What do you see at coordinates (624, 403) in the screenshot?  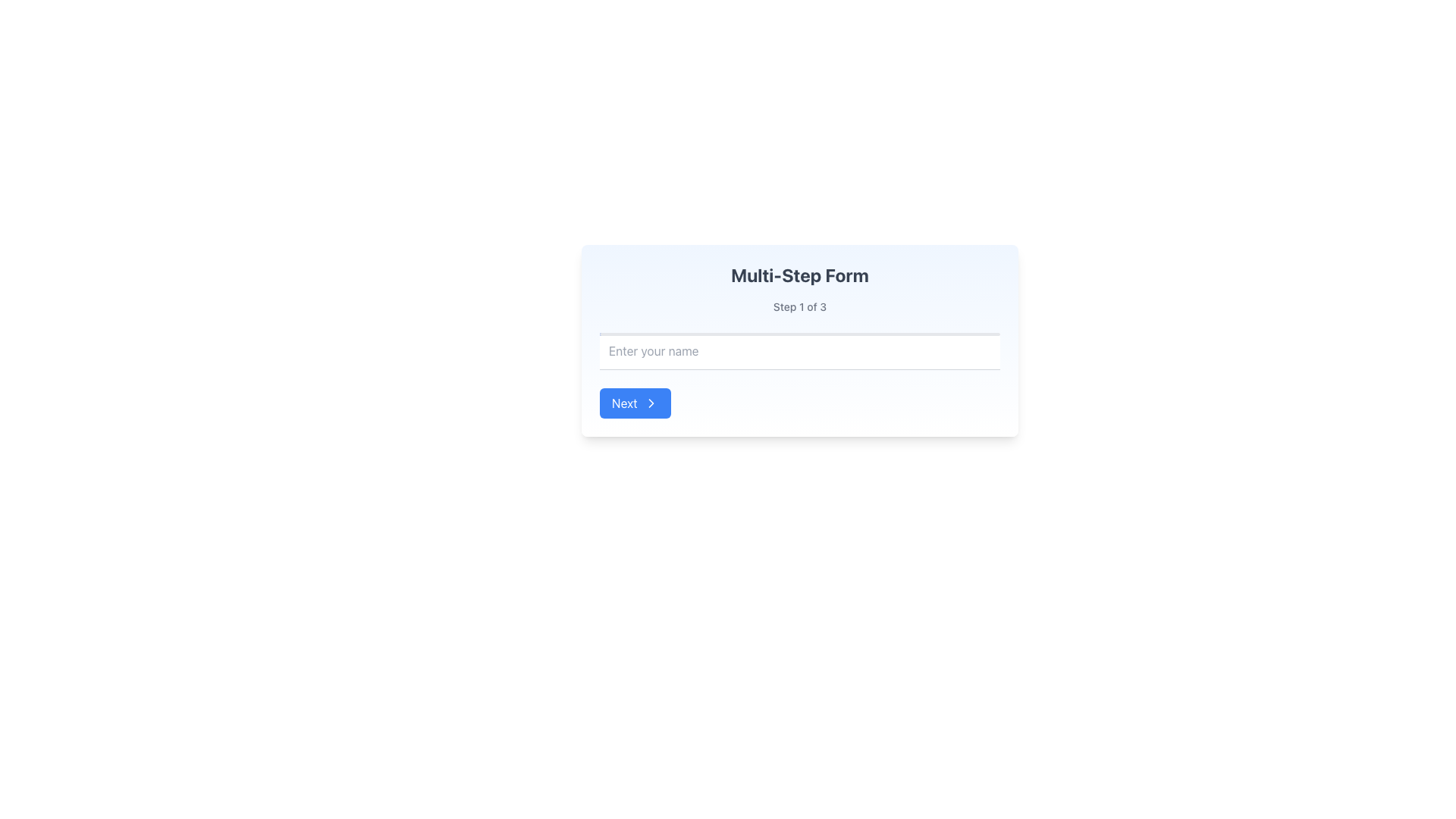 I see `the label displaying 'Next' inside a blue rectangular button with rounded corners, positioned at the bottom-left corner of the form interface` at bounding box center [624, 403].